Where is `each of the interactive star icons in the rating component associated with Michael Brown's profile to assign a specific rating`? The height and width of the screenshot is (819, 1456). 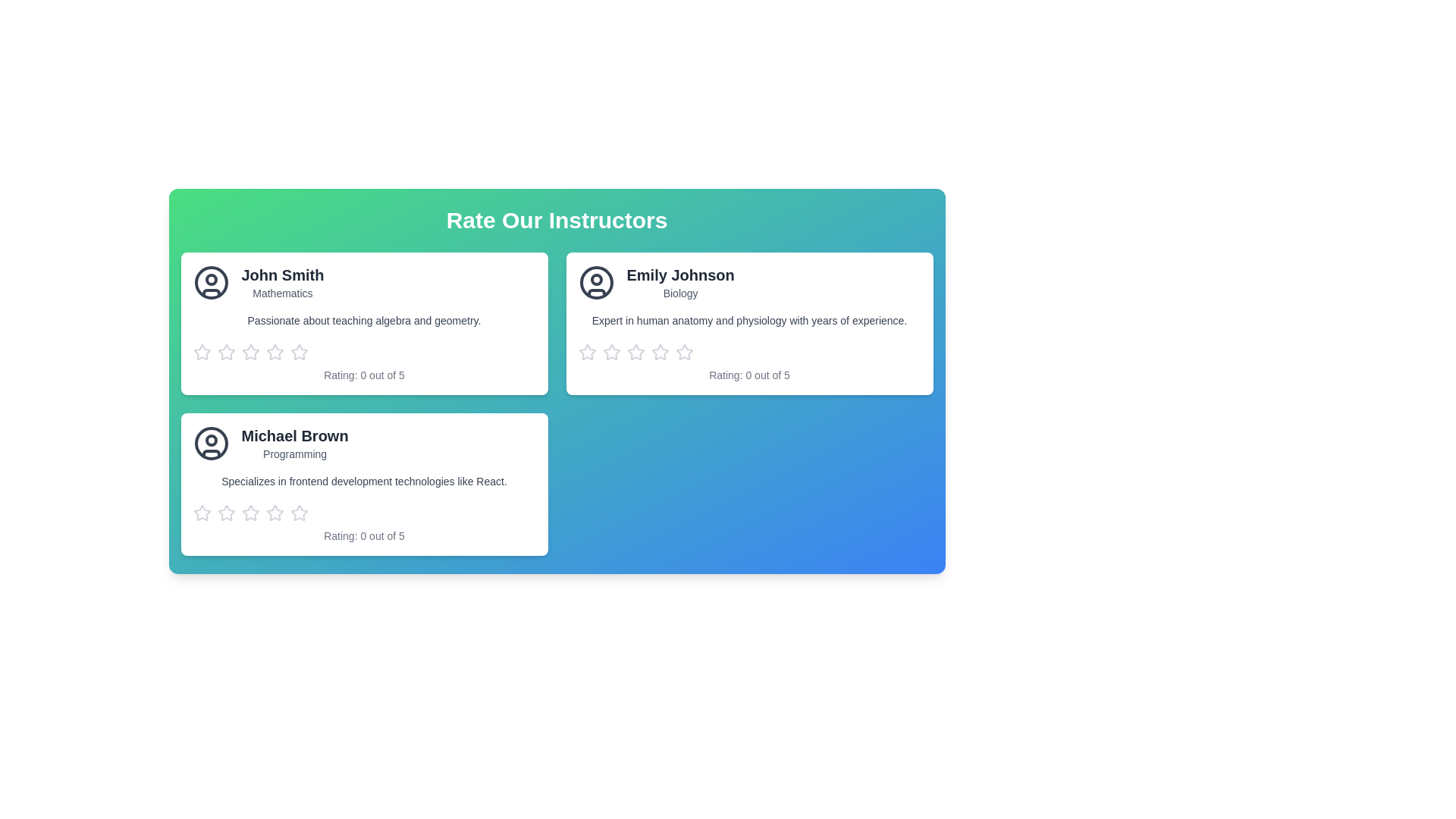
each of the interactive star icons in the rating component associated with Michael Brown's profile to assign a specific rating is located at coordinates (364, 513).